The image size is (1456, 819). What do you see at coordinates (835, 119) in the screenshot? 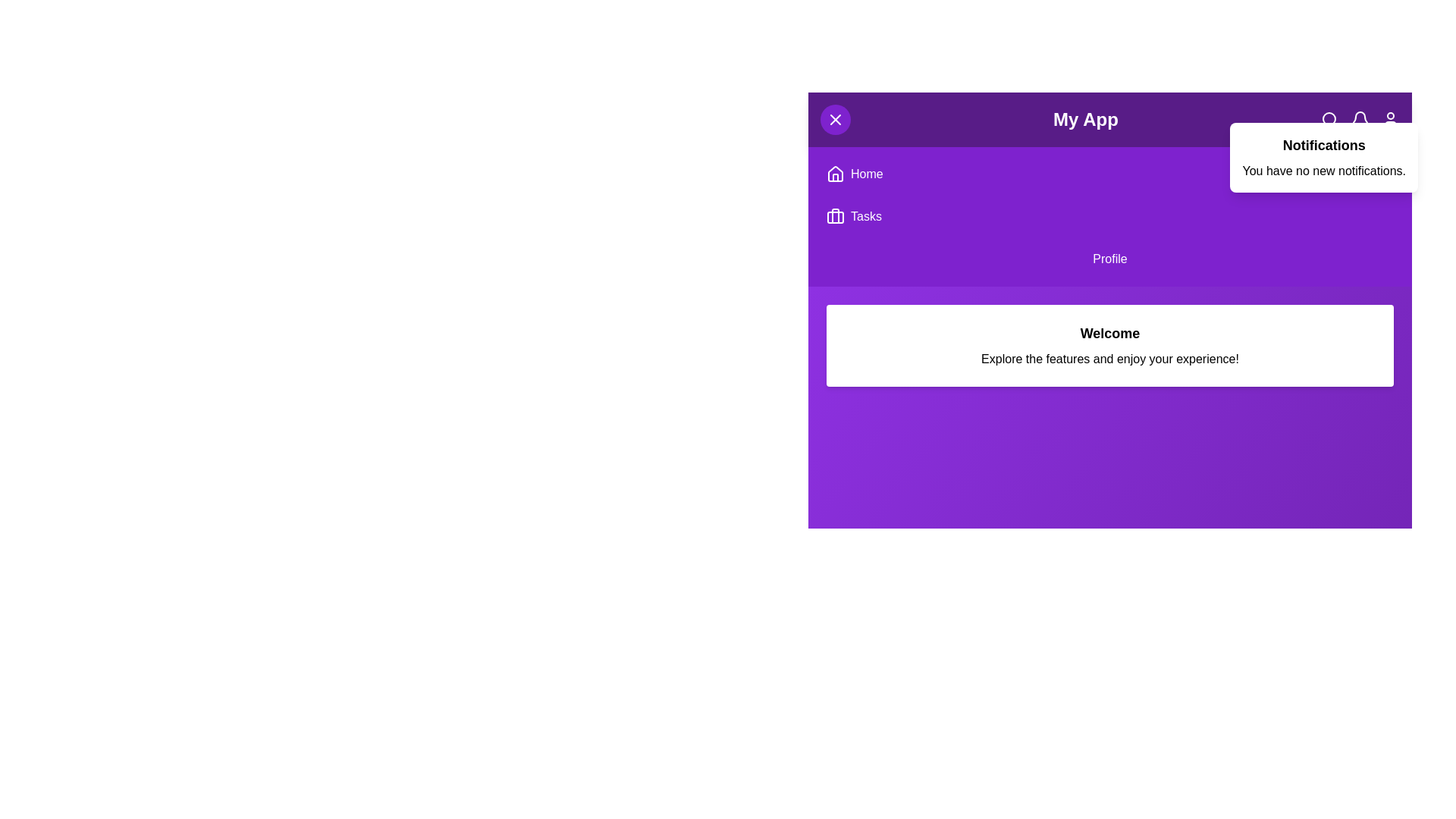
I see `the button to toggle the menu visibility` at bounding box center [835, 119].